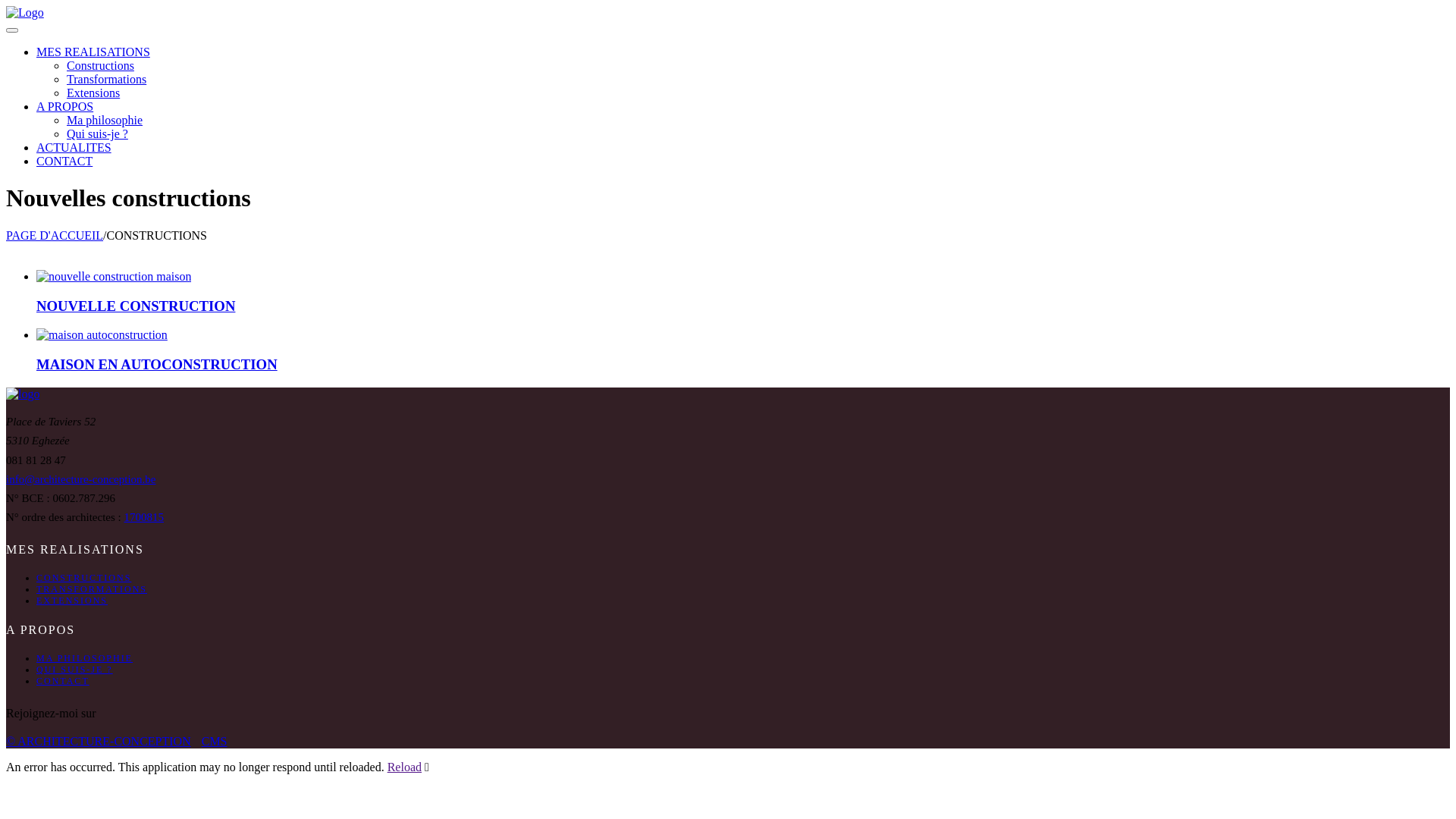  What do you see at coordinates (36, 52) in the screenshot?
I see `'MES REALISATIONS'` at bounding box center [36, 52].